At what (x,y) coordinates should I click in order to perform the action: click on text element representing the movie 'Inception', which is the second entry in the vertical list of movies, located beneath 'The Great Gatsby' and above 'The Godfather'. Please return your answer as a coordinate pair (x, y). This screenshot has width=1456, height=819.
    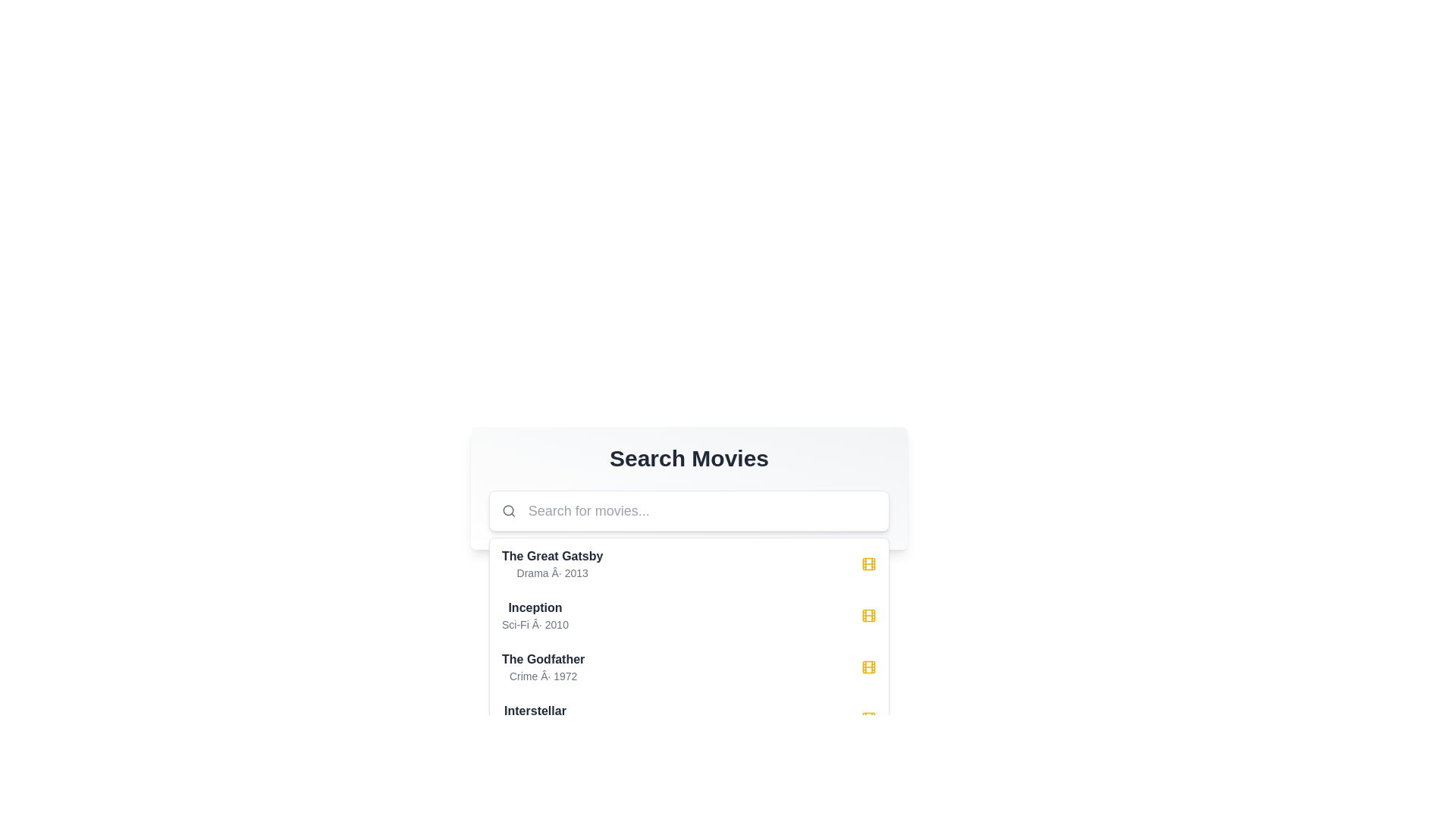
    Looking at the image, I should click on (535, 616).